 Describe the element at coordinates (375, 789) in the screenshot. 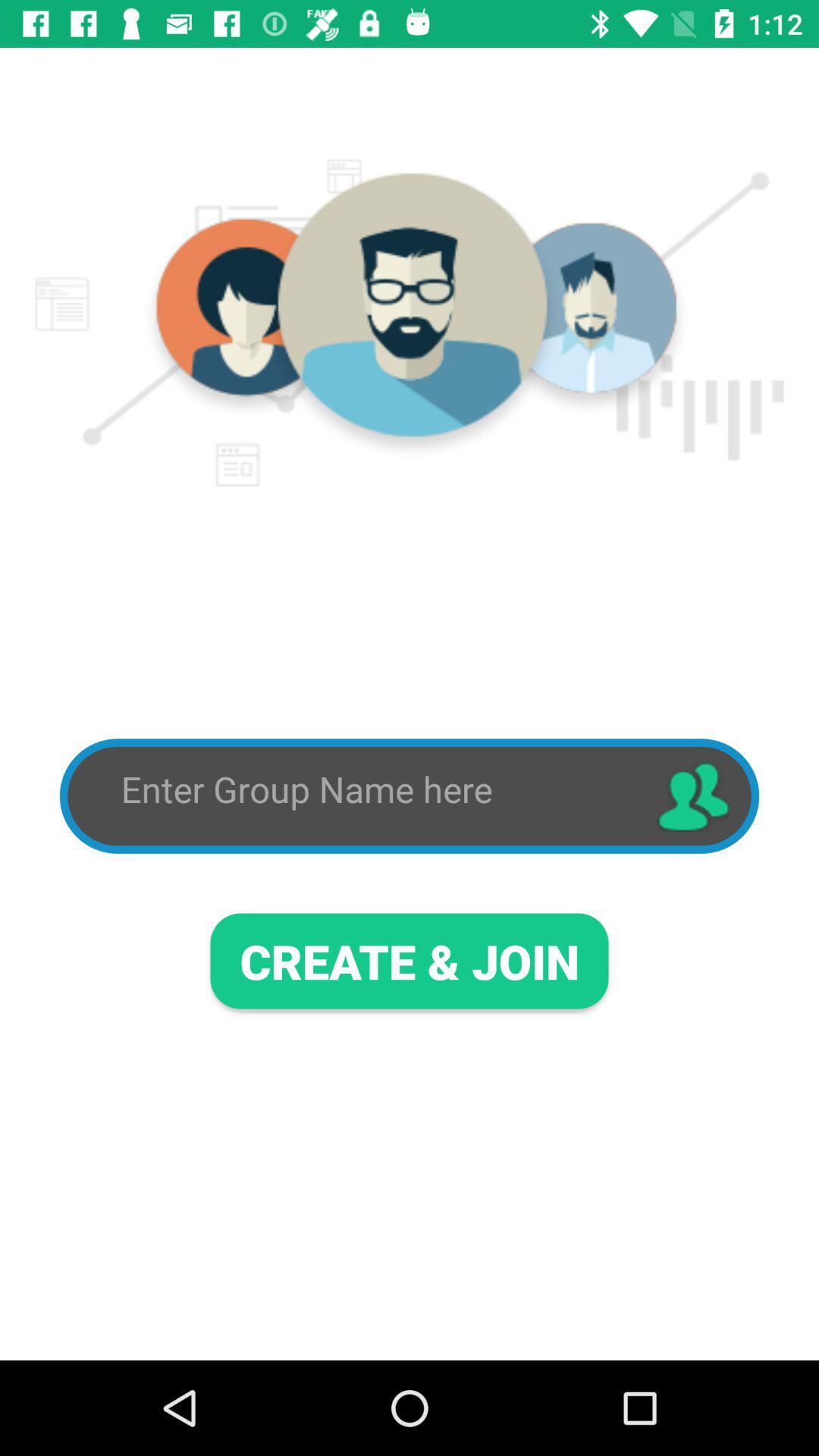

I see `group name here` at that location.